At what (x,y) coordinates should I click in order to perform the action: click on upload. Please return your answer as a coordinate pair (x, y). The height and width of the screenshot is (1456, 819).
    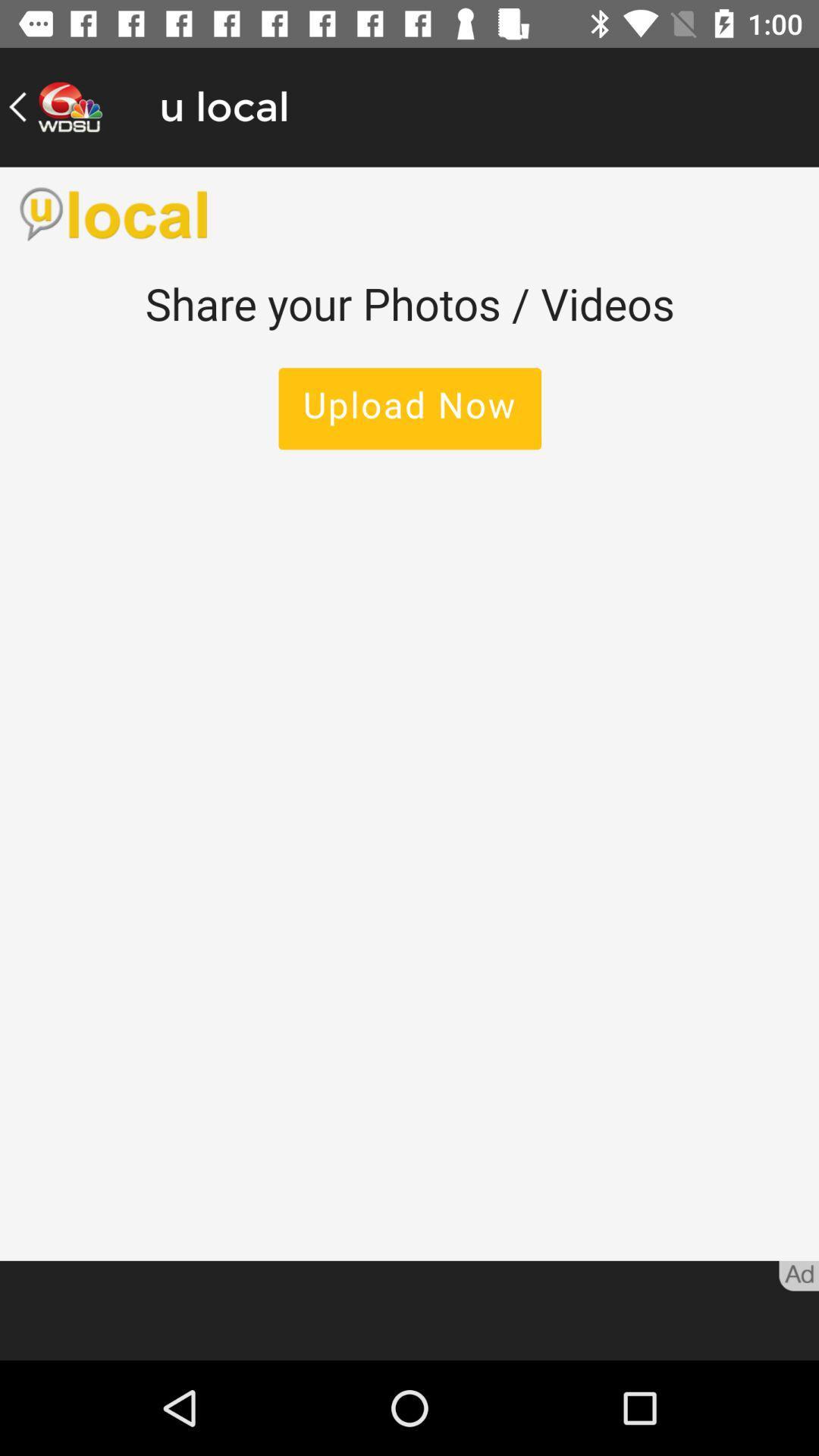
    Looking at the image, I should click on (409, 713).